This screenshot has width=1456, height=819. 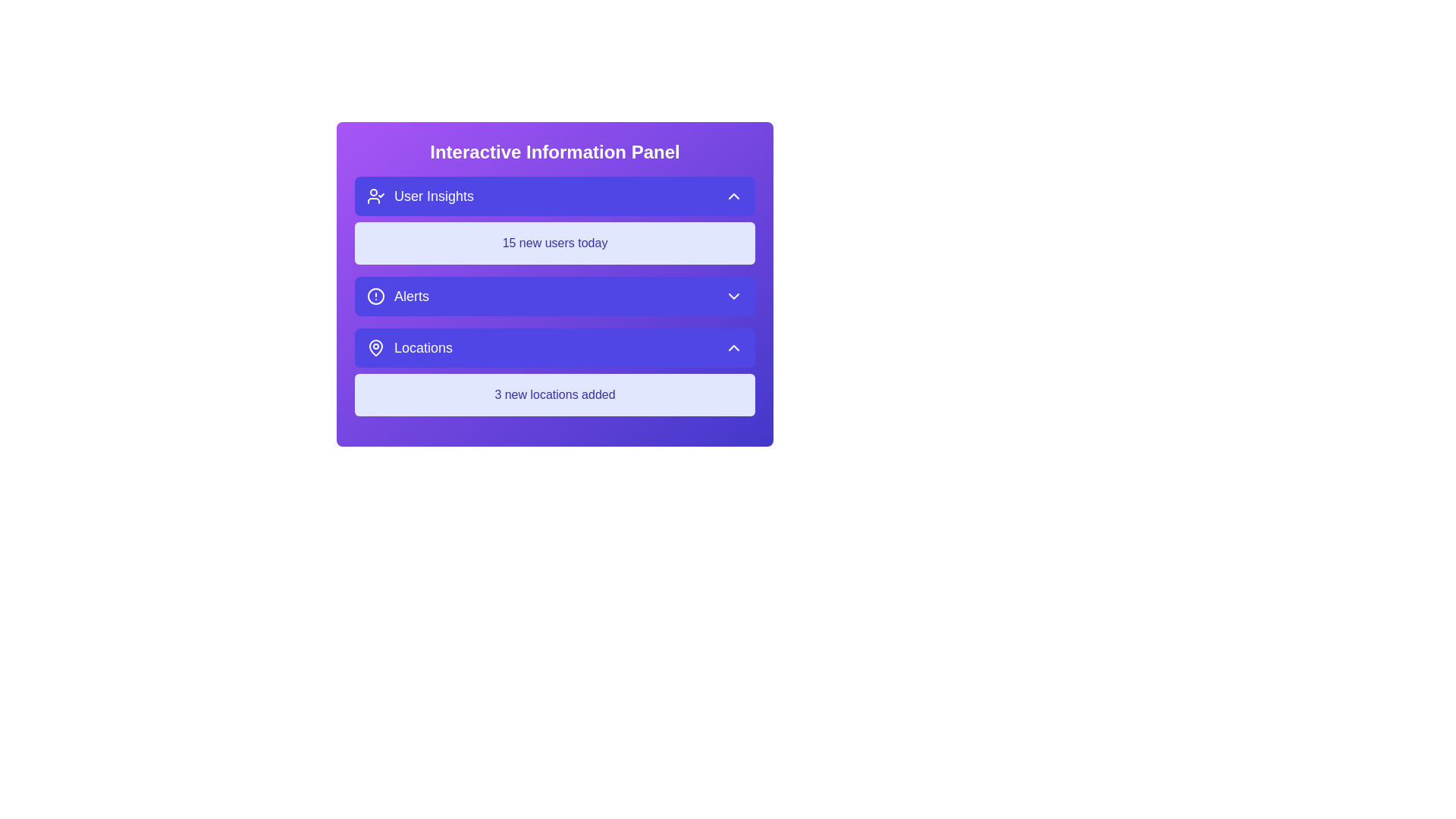 What do you see at coordinates (375, 195) in the screenshot?
I see `the icon for the panel User Insights` at bounding box center [375, 195].